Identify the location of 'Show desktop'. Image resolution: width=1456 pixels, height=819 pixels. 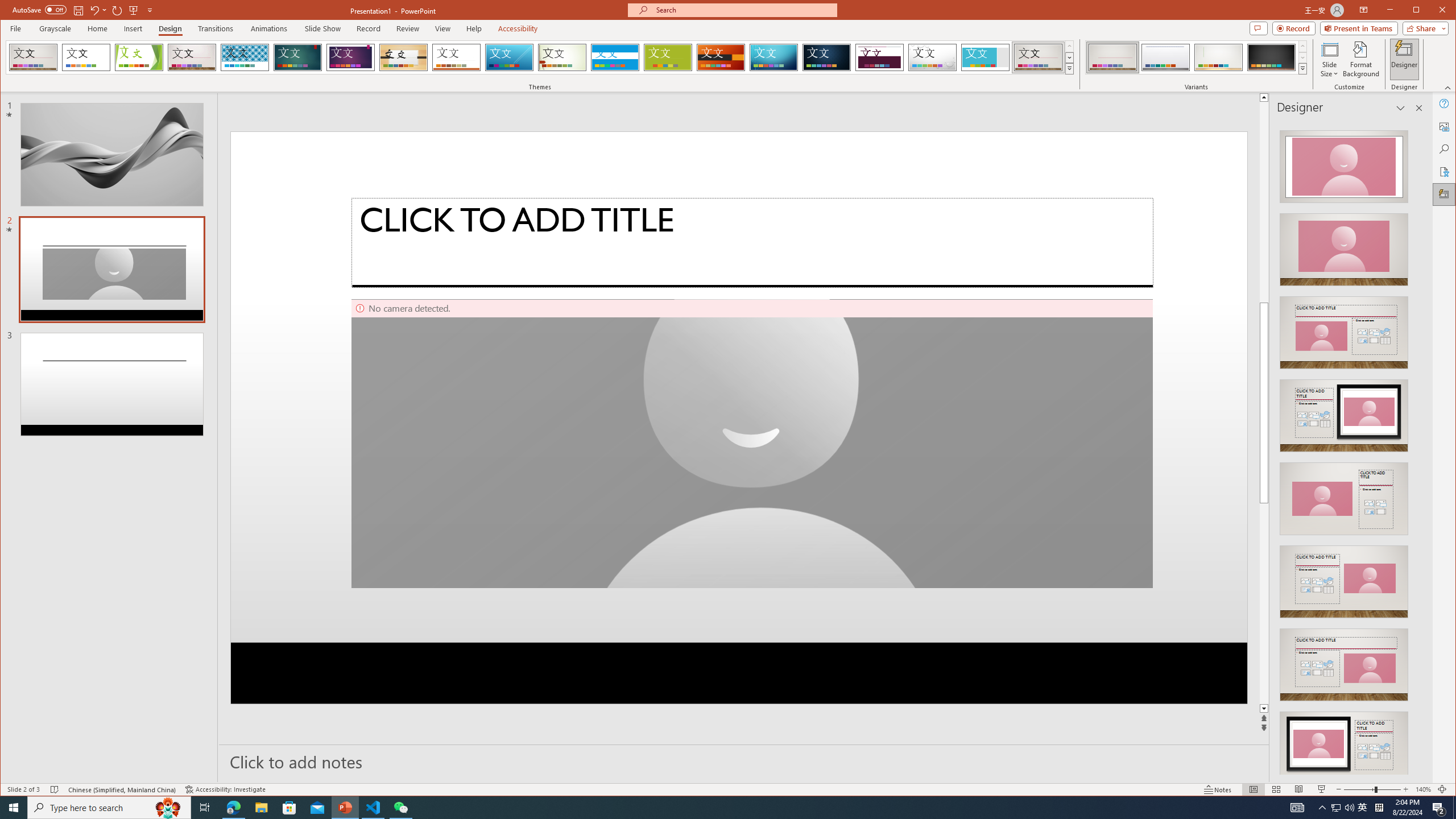
(1454, 806).